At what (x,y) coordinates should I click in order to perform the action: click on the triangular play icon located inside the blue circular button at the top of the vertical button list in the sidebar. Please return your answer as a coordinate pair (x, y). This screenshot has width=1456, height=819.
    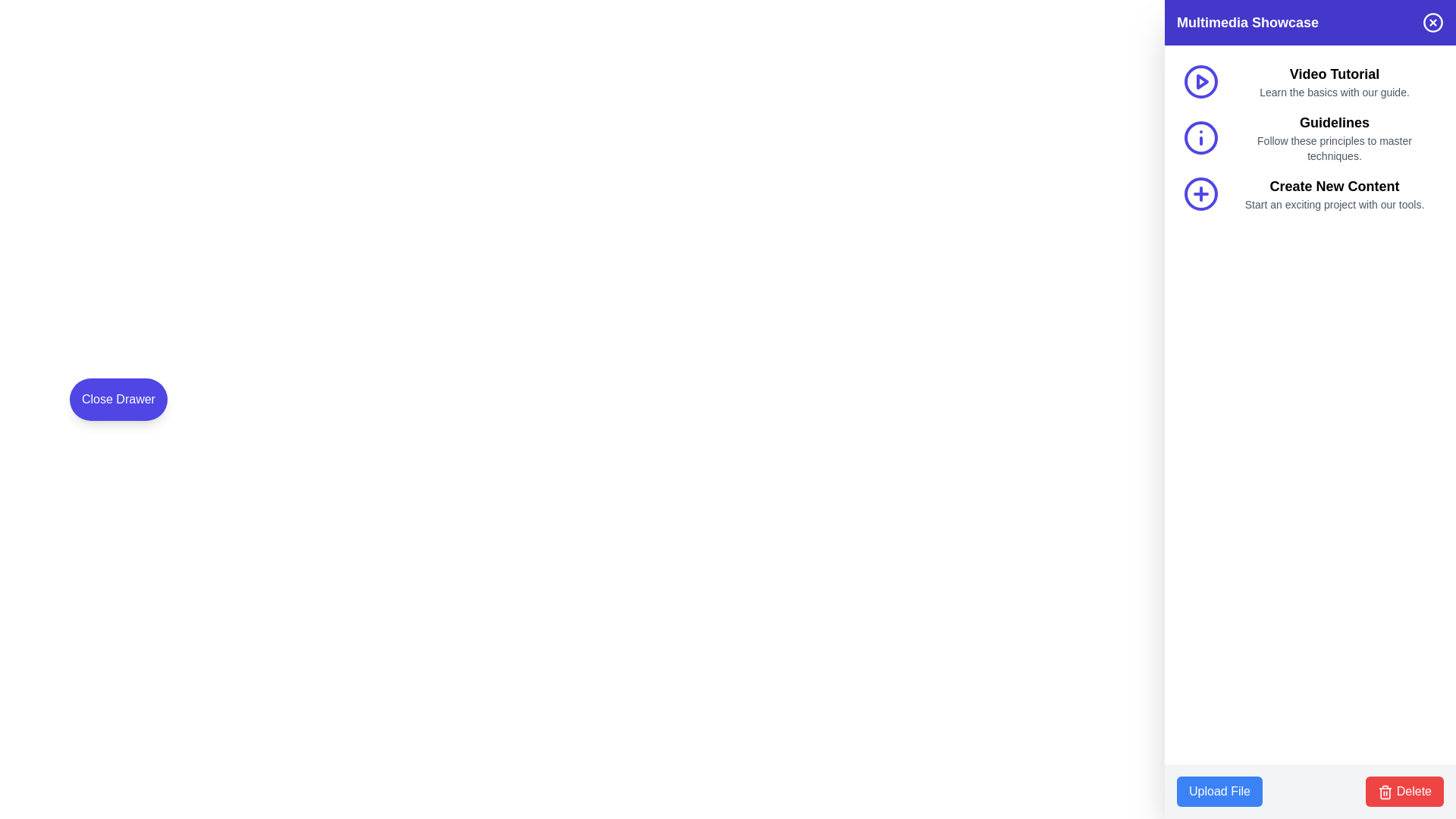
    Looking at the image, I should click on (1201, 82).